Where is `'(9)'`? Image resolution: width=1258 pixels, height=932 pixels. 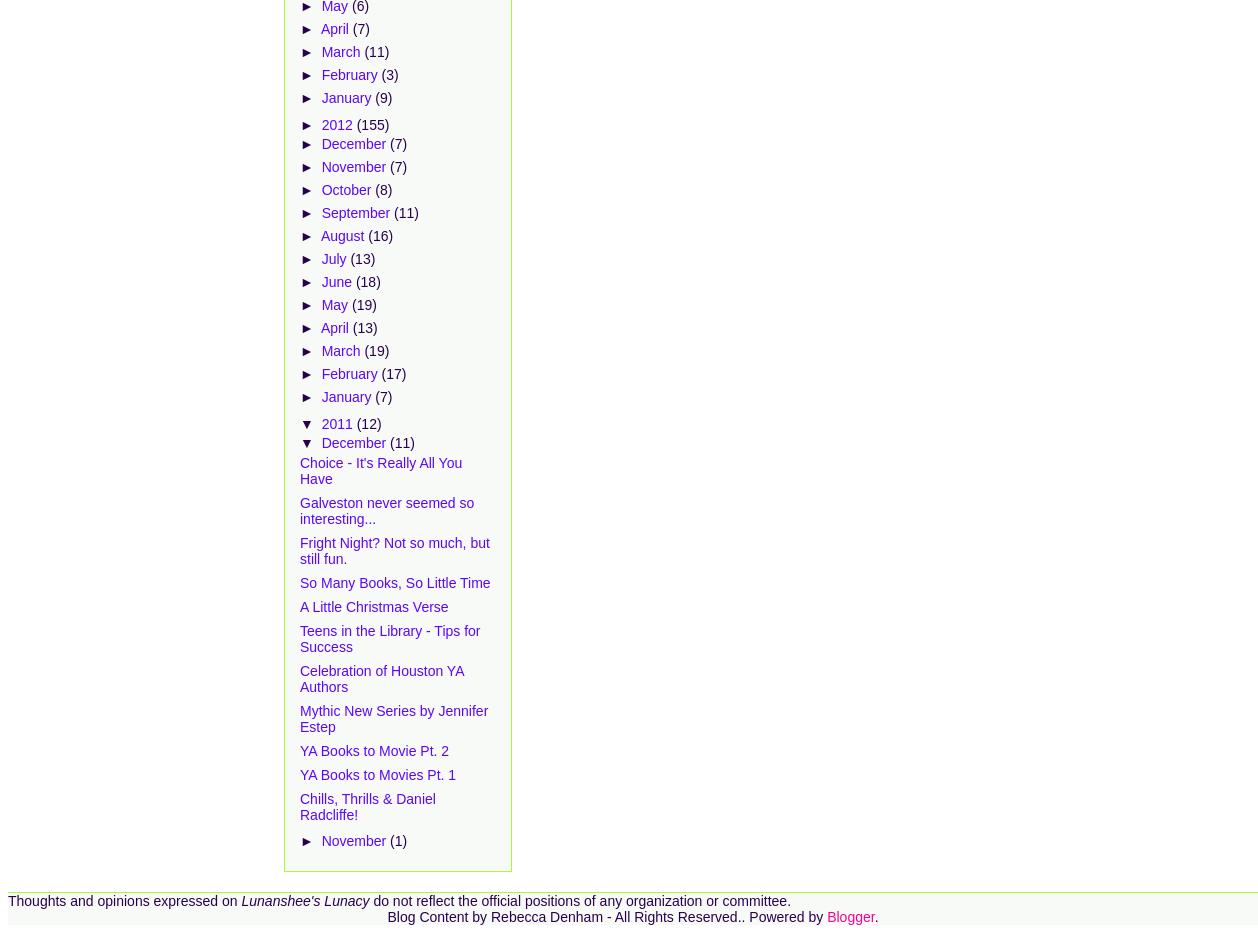 '(9)' is located at coordinates (382, 98).